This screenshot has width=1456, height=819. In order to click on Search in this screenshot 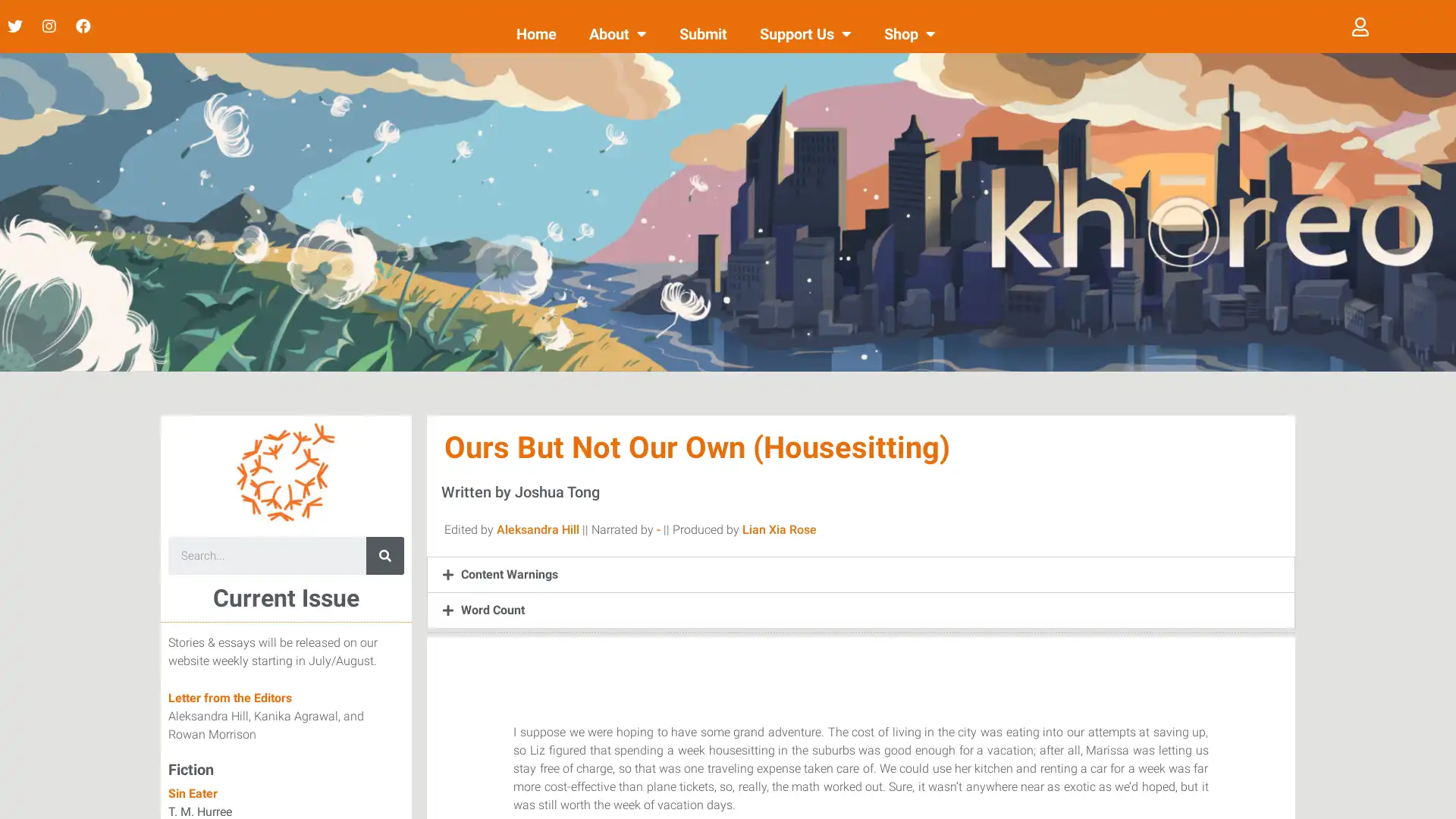, I will do `click(384, 555)`.